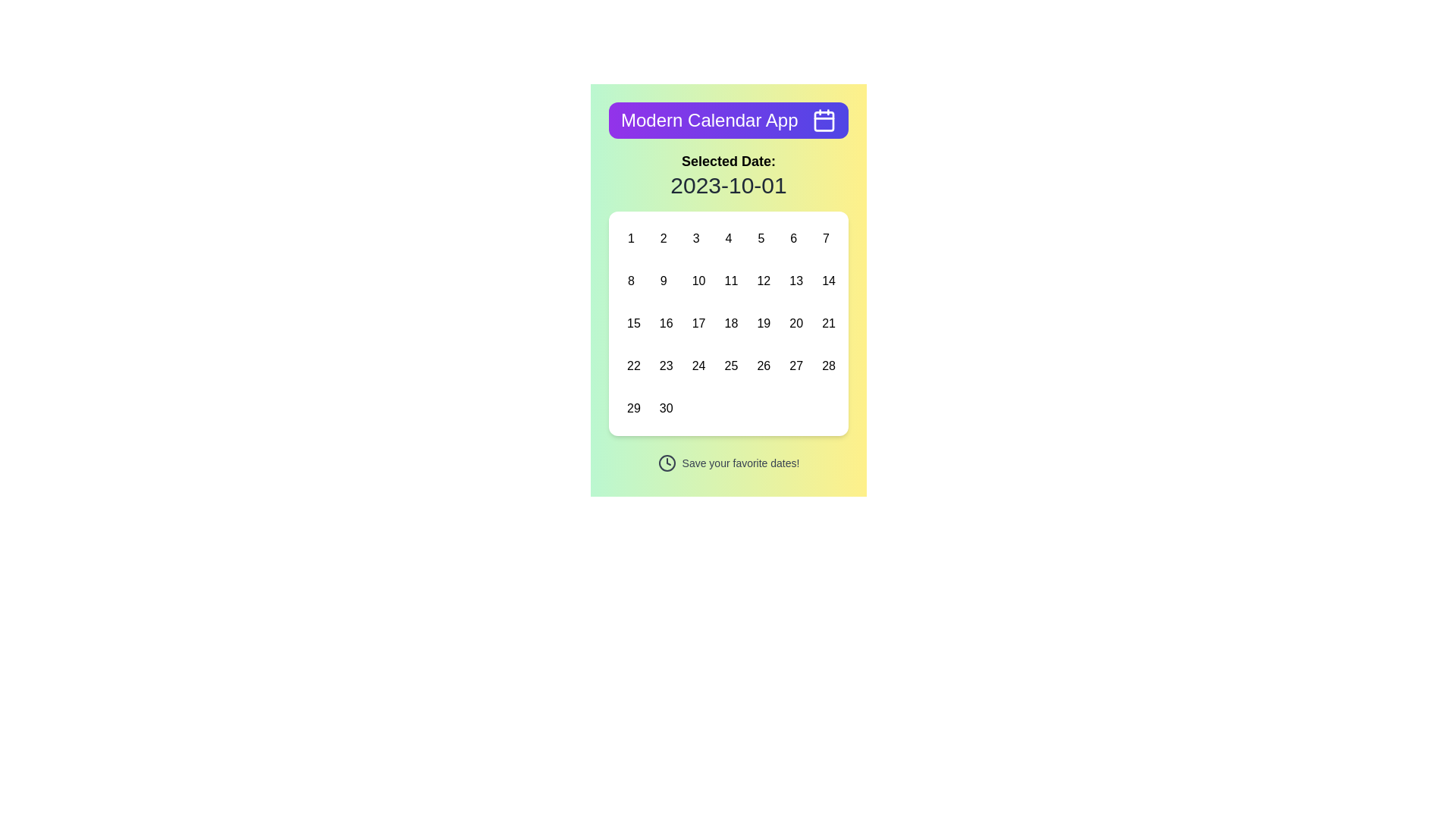 The height and width of the screenshot is (819, 1456). I want to click on the date '6' button in the calendar interface, so click(792, 239).